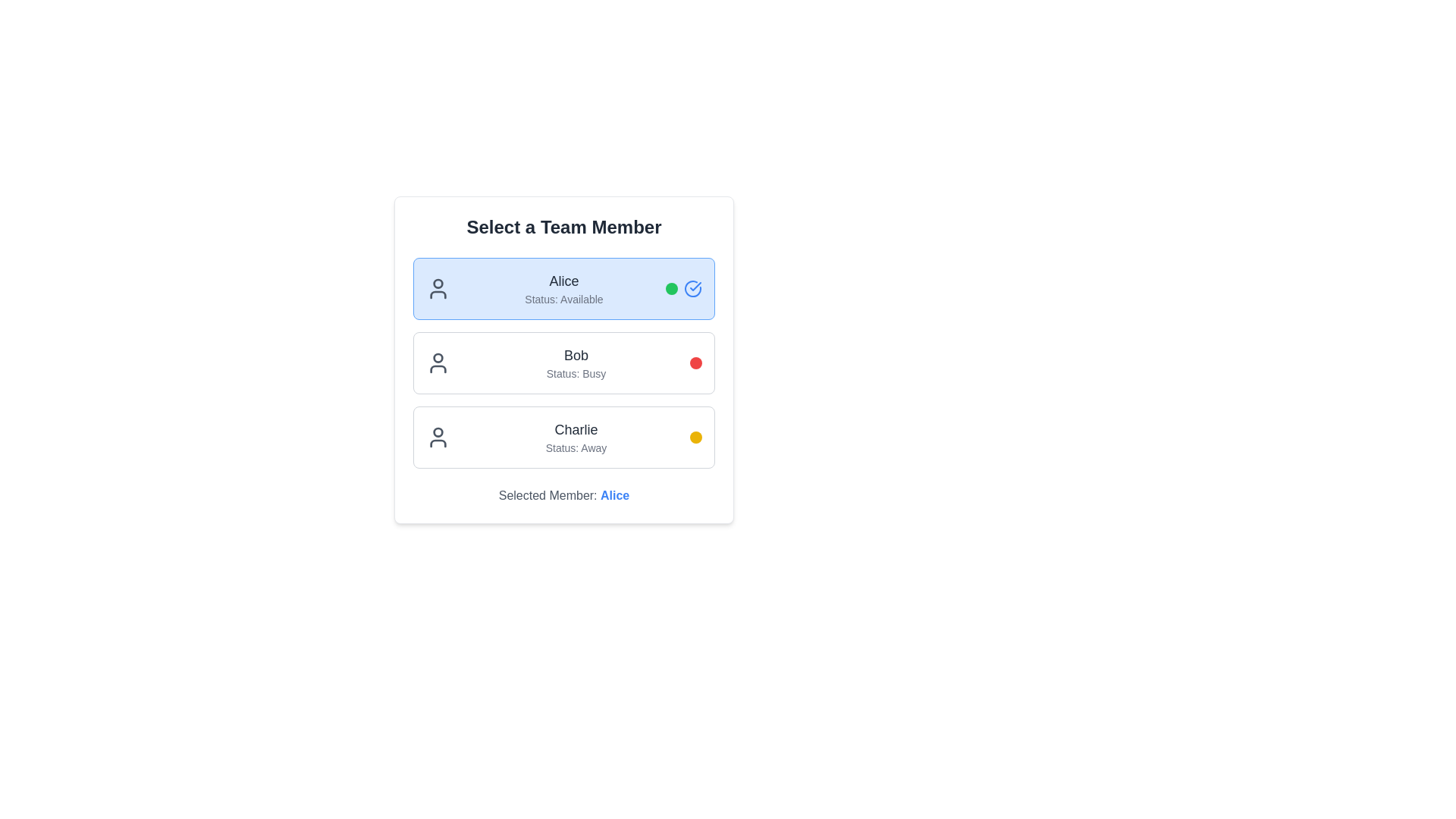  I want to click on the small yellow circular indicator positioned at the far-right edge of the 'Charlie' card, which aligns with the text 'Status: Away', so click(695, 438).